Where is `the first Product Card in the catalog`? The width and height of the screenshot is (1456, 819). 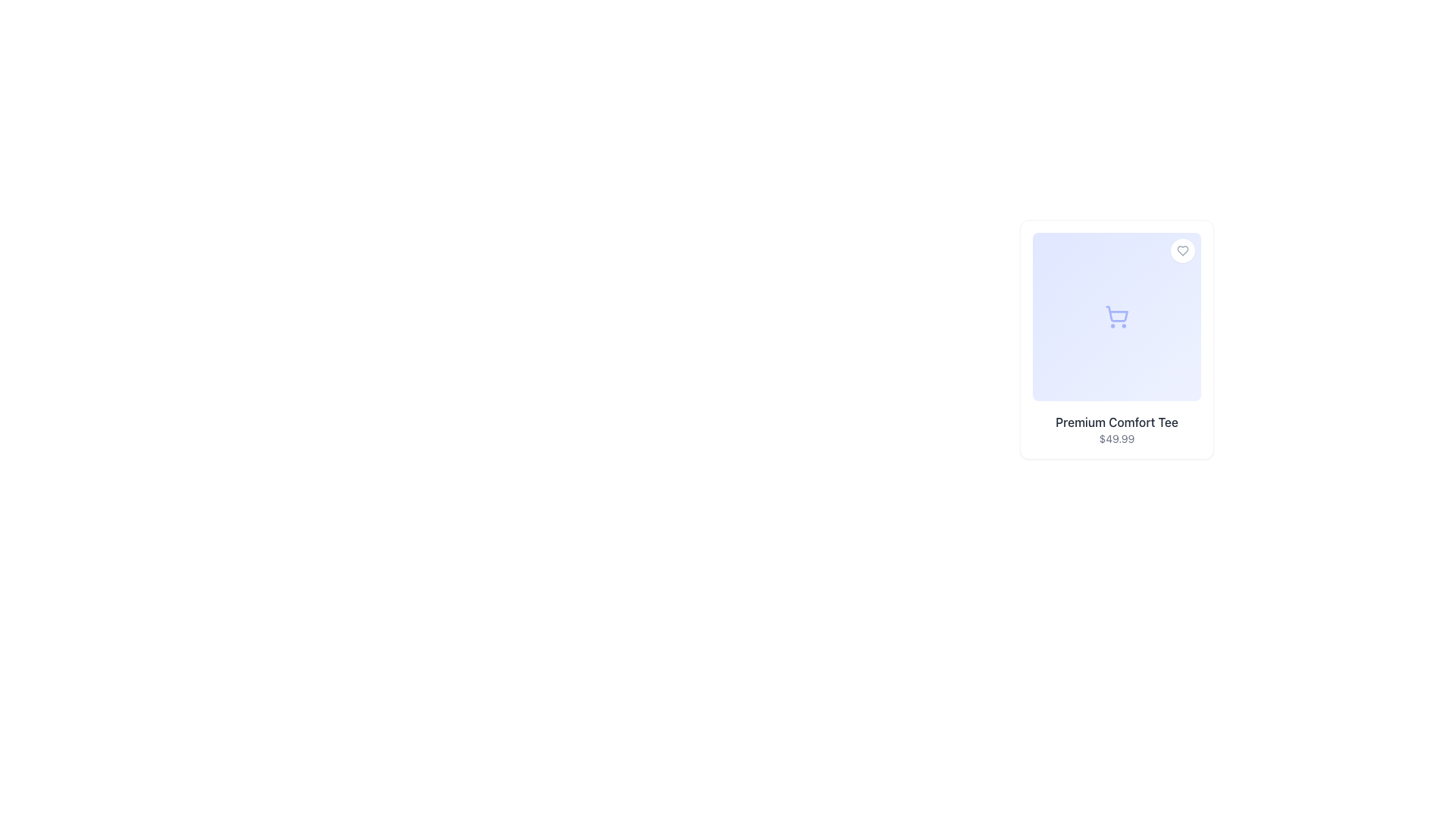 the first Product Card in the catalog is located at coordinates (1117, 338).